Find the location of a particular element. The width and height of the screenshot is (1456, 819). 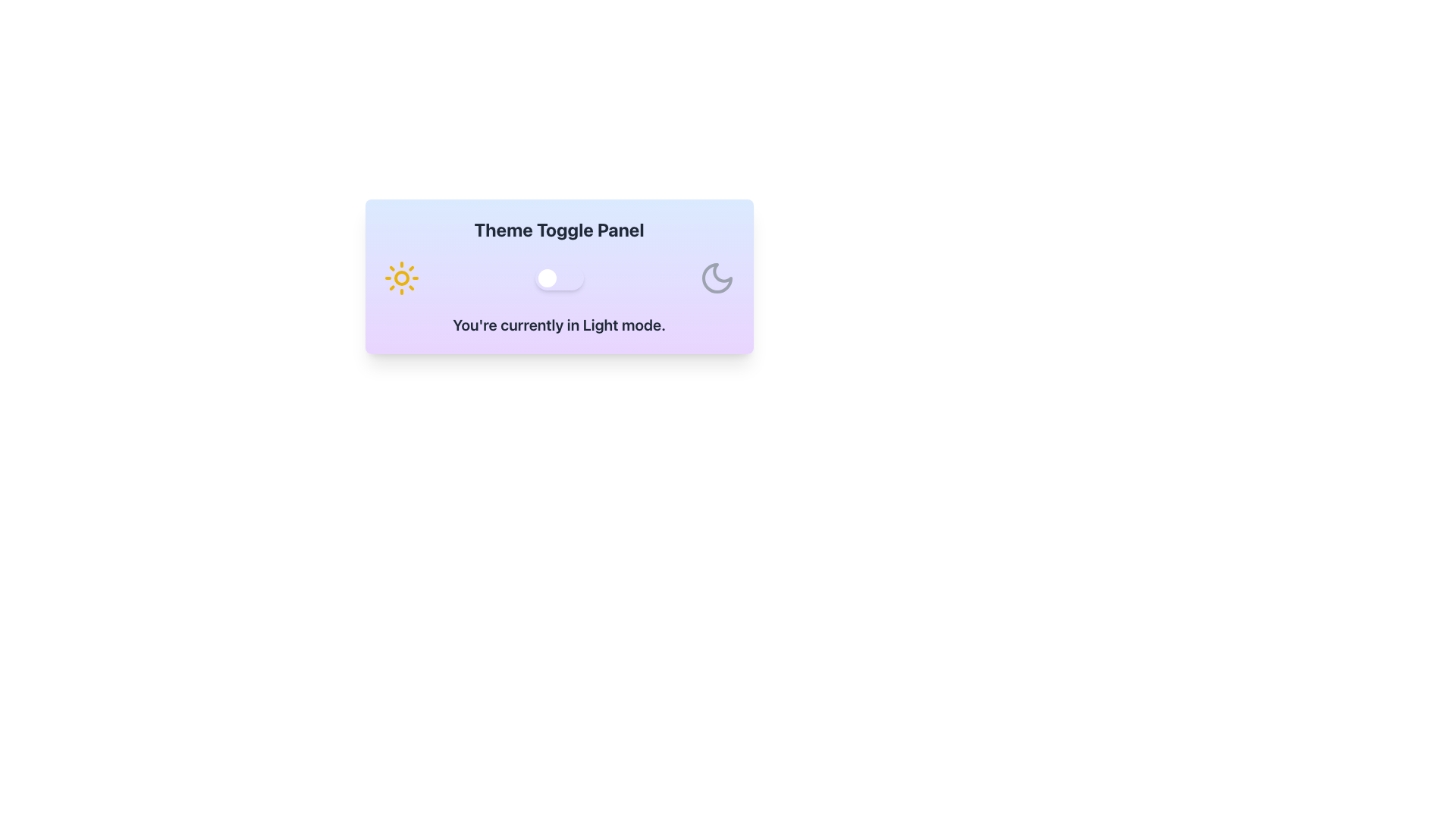

the crescent moon icon in the Theme Toggle Panel is located at coordinates (716, 278).